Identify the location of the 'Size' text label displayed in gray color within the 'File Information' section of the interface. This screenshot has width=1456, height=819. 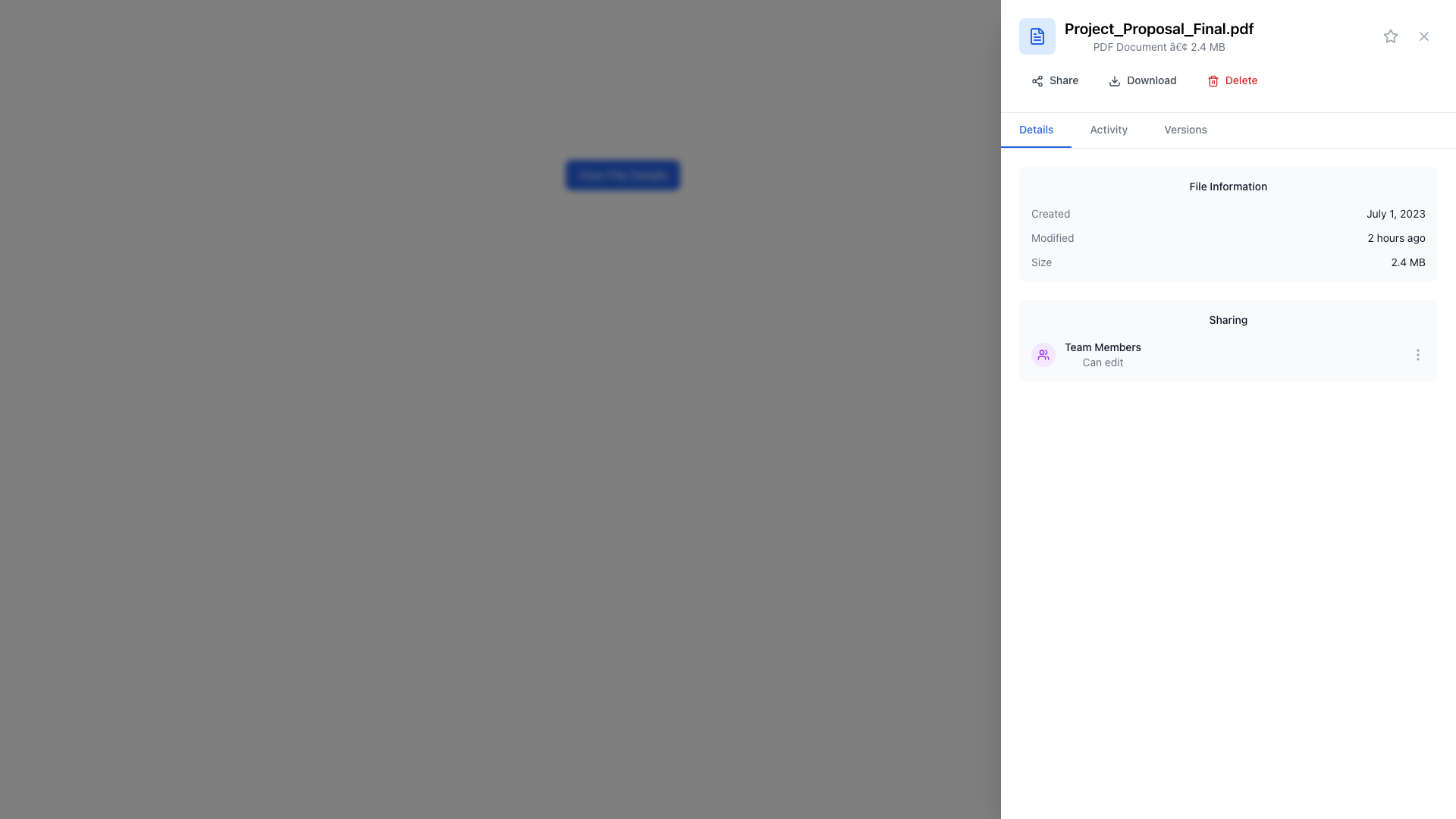
(1040, 262).